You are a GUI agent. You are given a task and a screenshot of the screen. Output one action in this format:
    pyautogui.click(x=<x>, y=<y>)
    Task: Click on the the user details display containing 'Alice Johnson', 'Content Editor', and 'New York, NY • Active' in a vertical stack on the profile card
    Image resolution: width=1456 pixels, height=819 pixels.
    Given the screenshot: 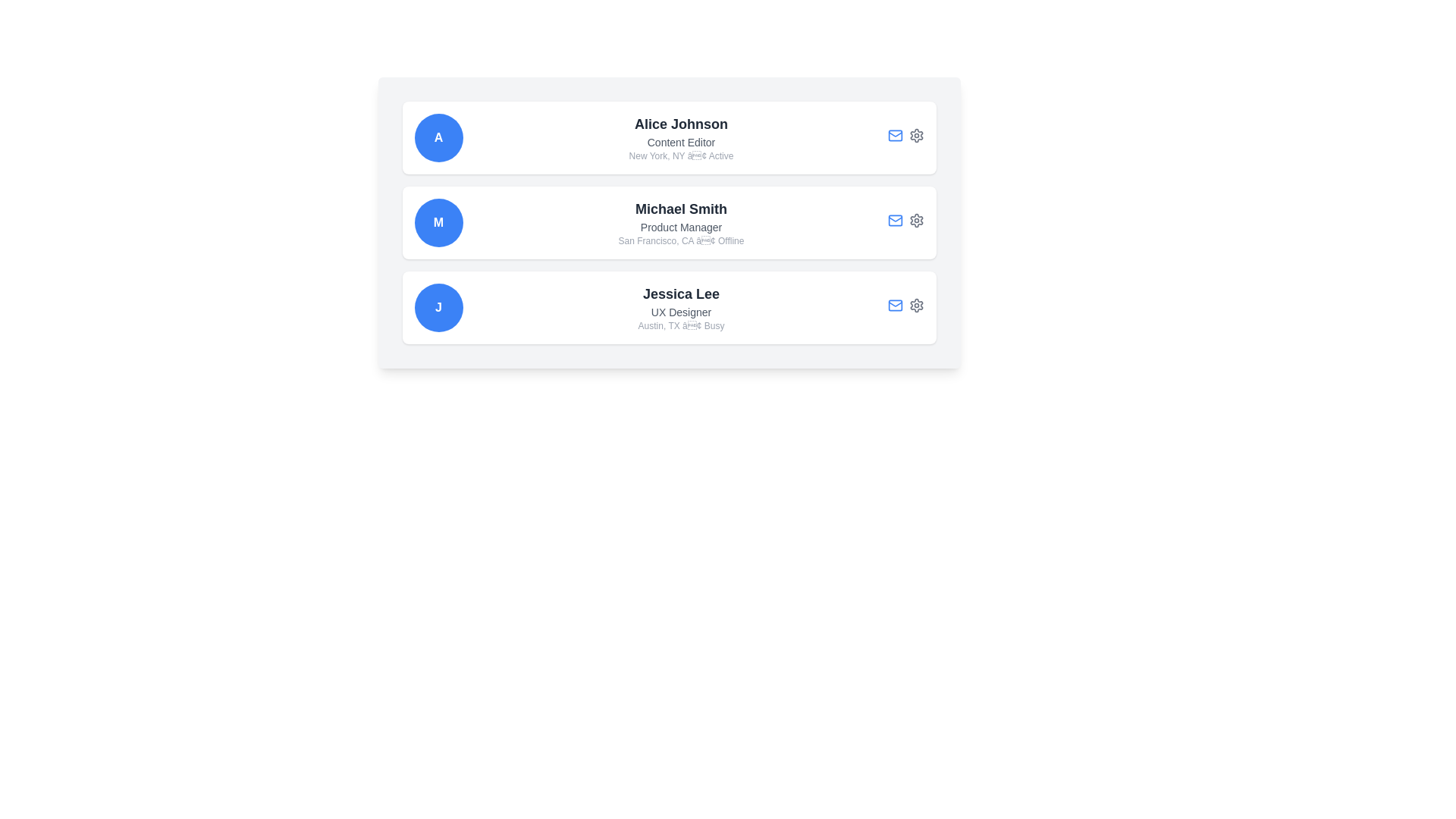 What is the action you would take?
    pyautogui.click(x=680, y=137)
    